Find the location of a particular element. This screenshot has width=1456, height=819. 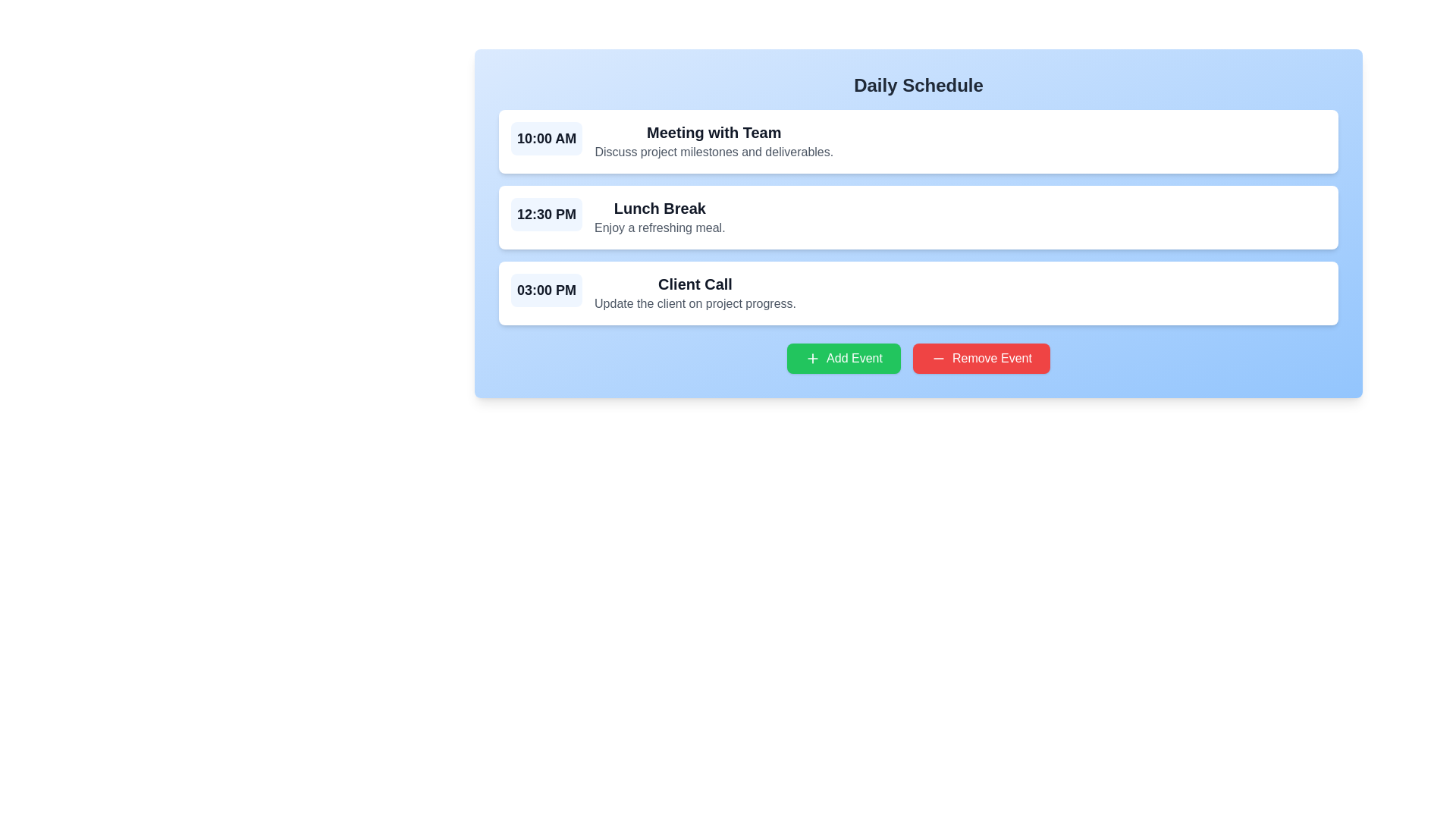

the text element that reads 'Update the client on project progress.' located beneath the title 'Client Call' in the third card of the scheduled events list is located at coordinates (694, 304).